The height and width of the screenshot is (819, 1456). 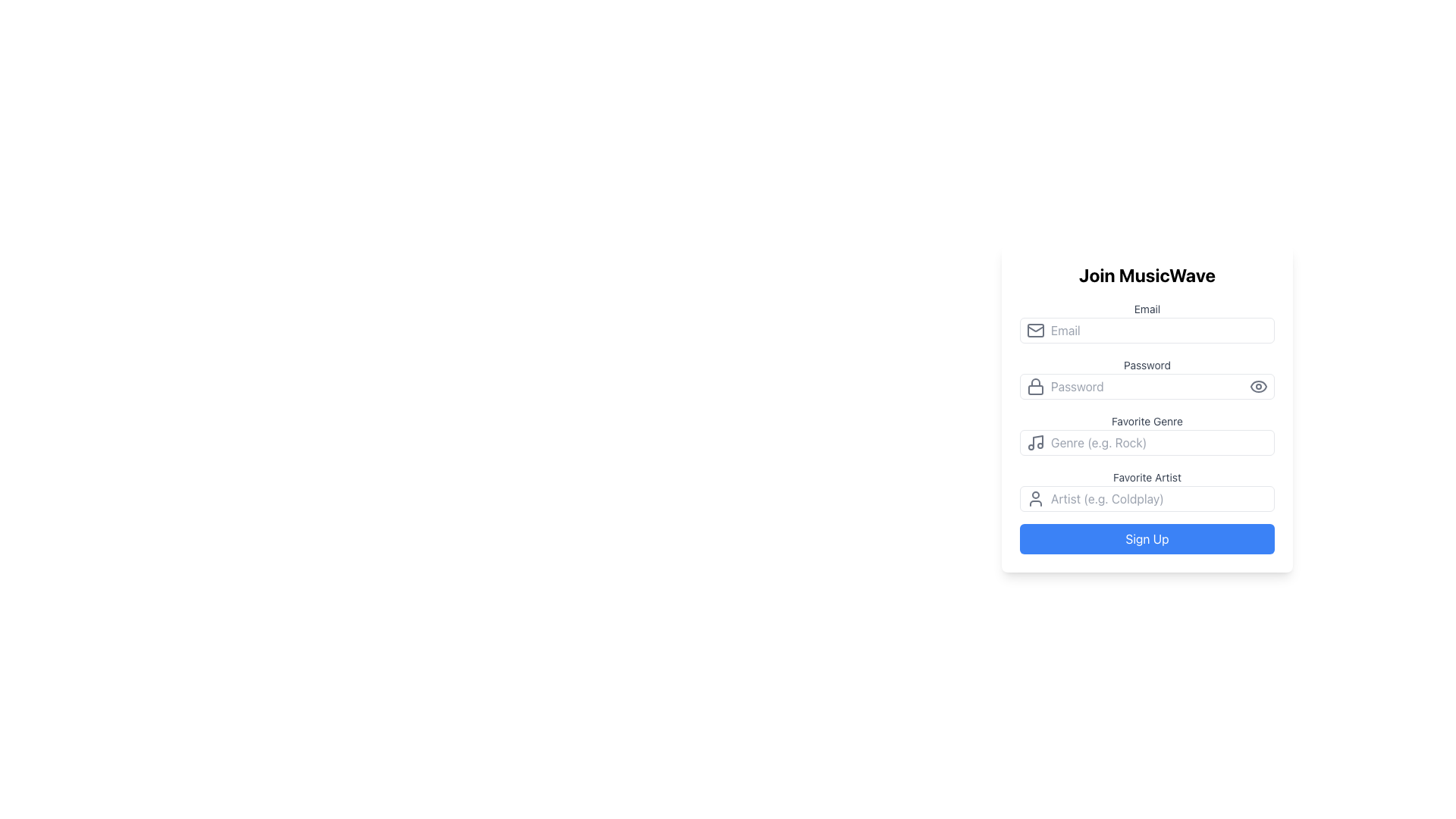 I want to click on the 'Favorite Artist' text input field, so click(x=1147, y=489).